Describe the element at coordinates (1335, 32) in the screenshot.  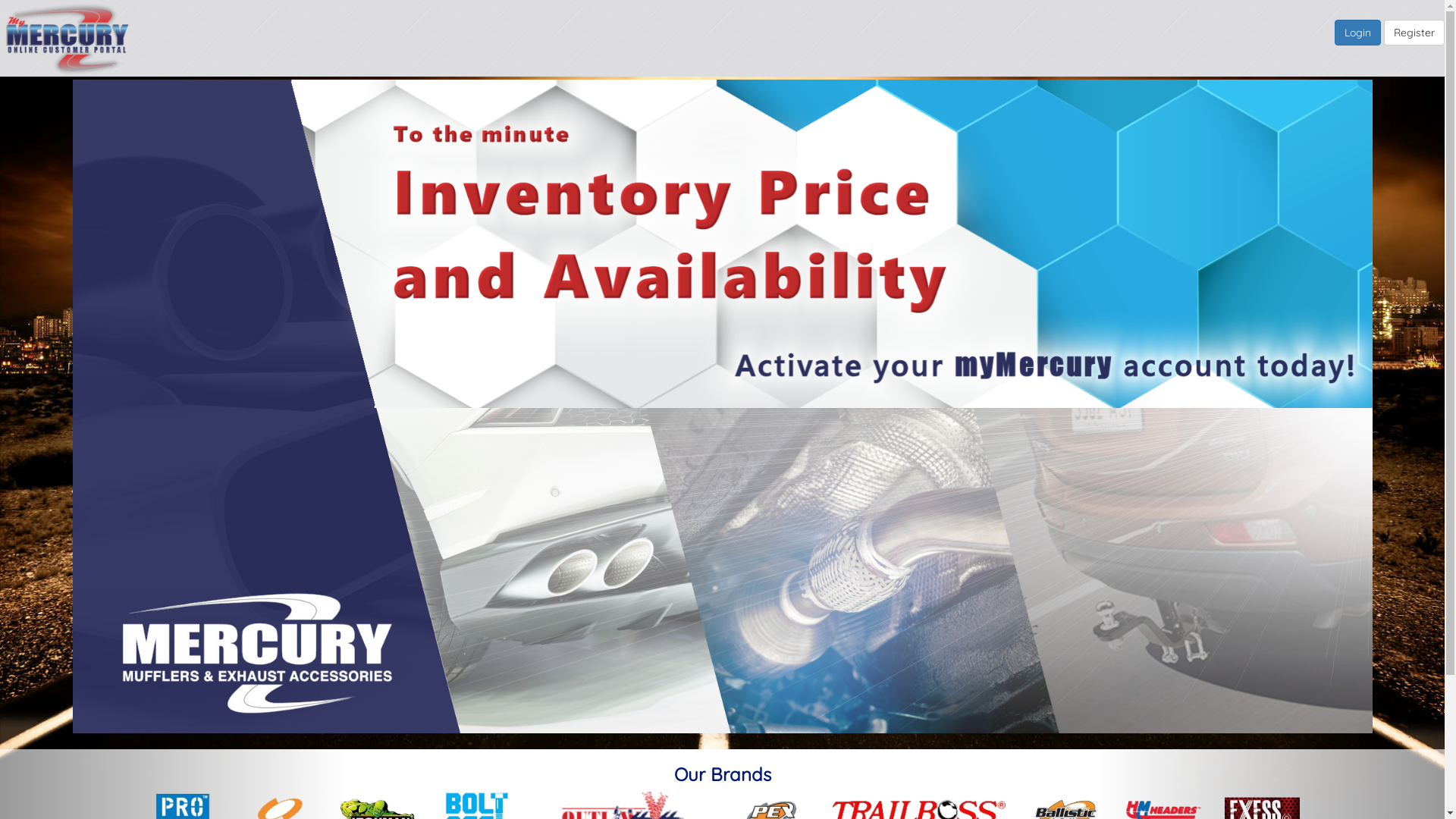
I see `'Login'` at that location.